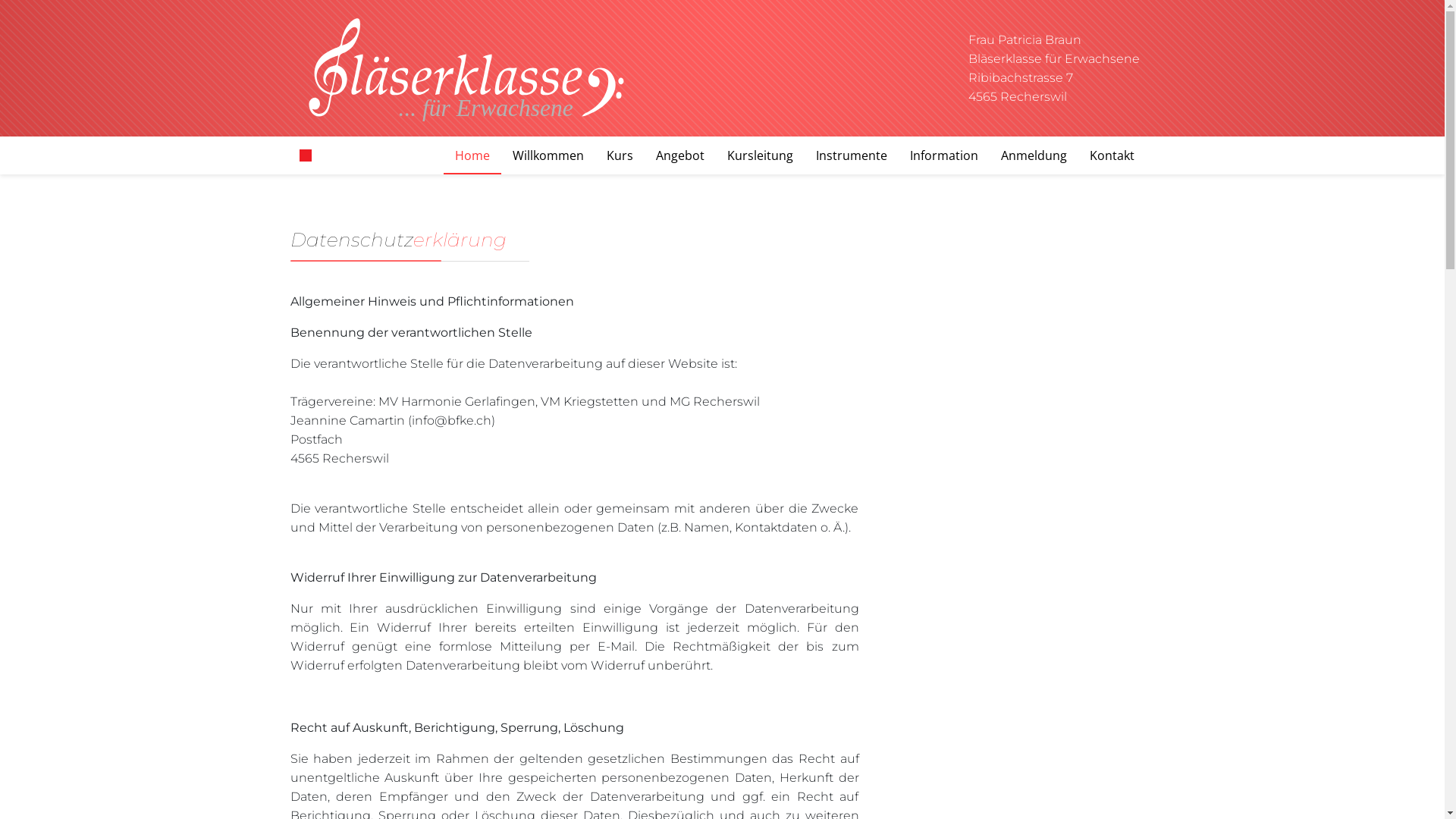 The image size is (1456, 819). I want to click on 'Willkommen', so click(546, 155).